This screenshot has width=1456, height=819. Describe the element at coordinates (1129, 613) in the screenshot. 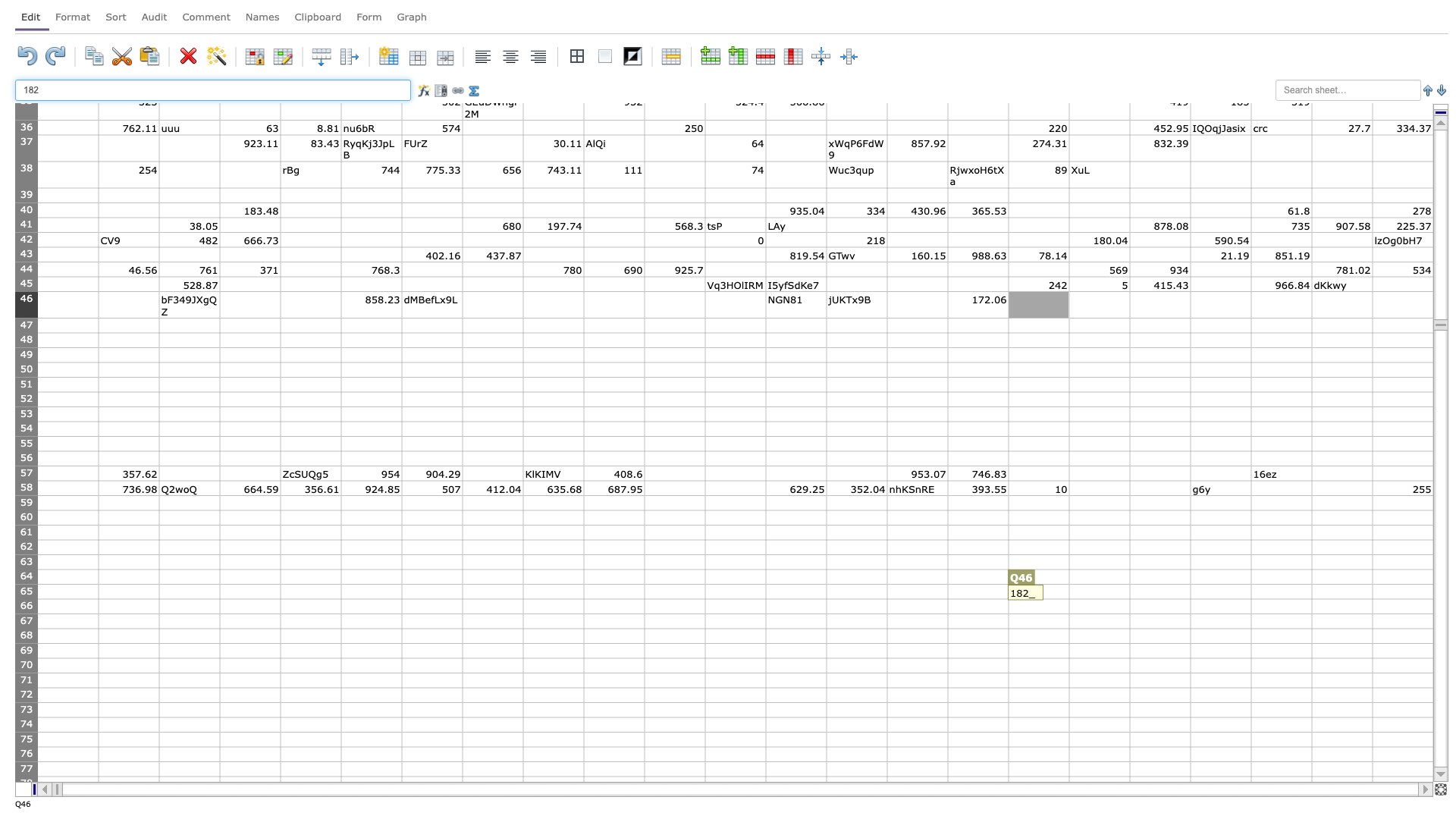

I see `Series fill point of cell R66` at that location.